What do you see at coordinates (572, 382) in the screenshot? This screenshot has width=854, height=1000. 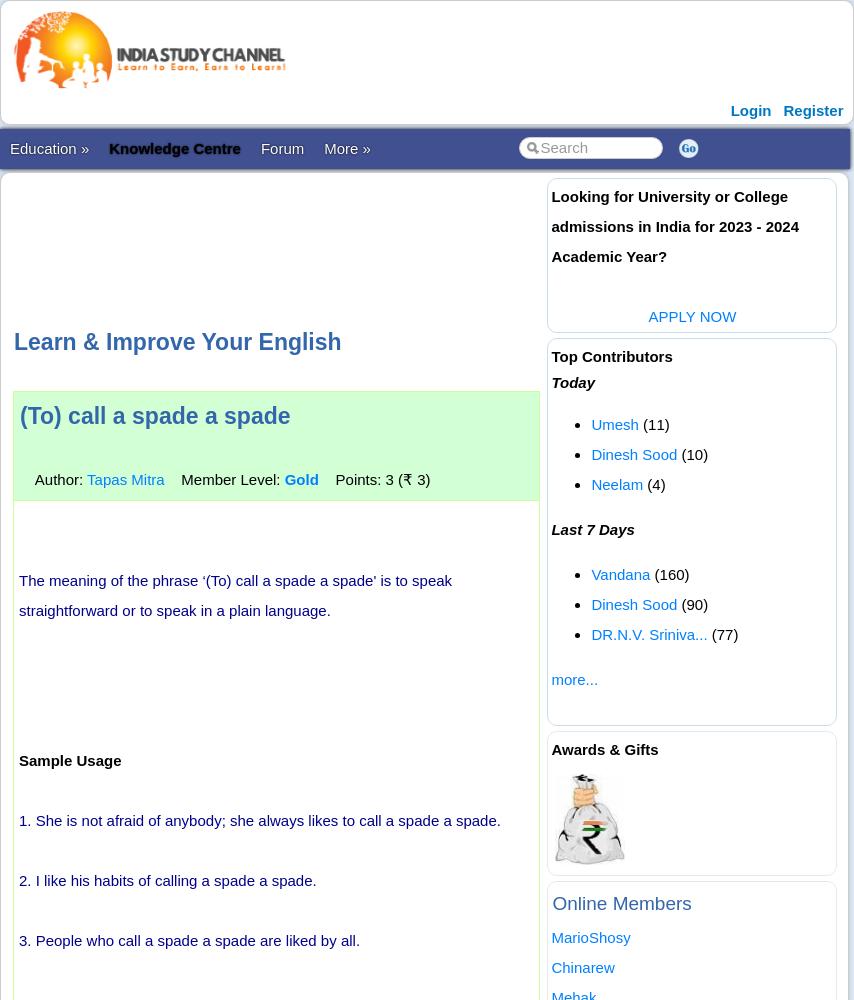 I see `'Today'` at bounding box center [572, 382].